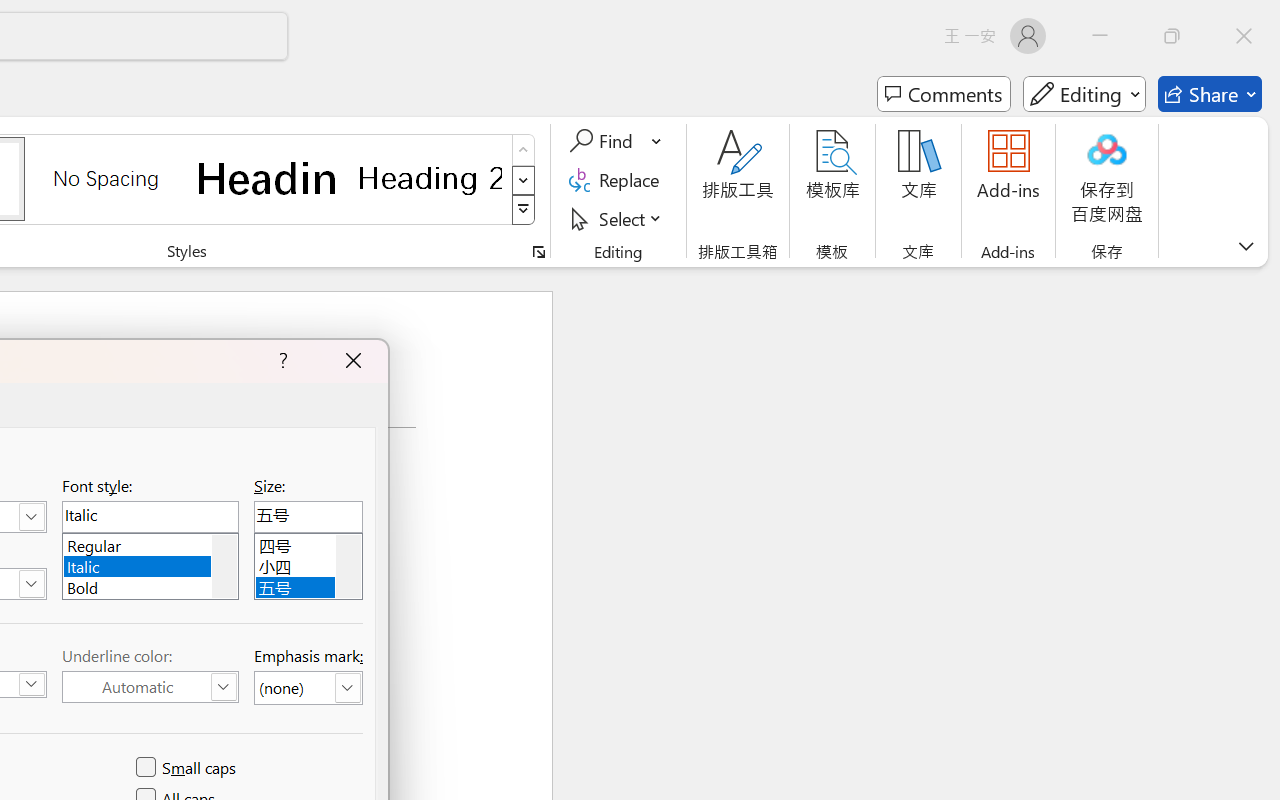  Describe the element at coordinates (307, 515) in the screenshot. I see `'RichEdit Control'` at that location.